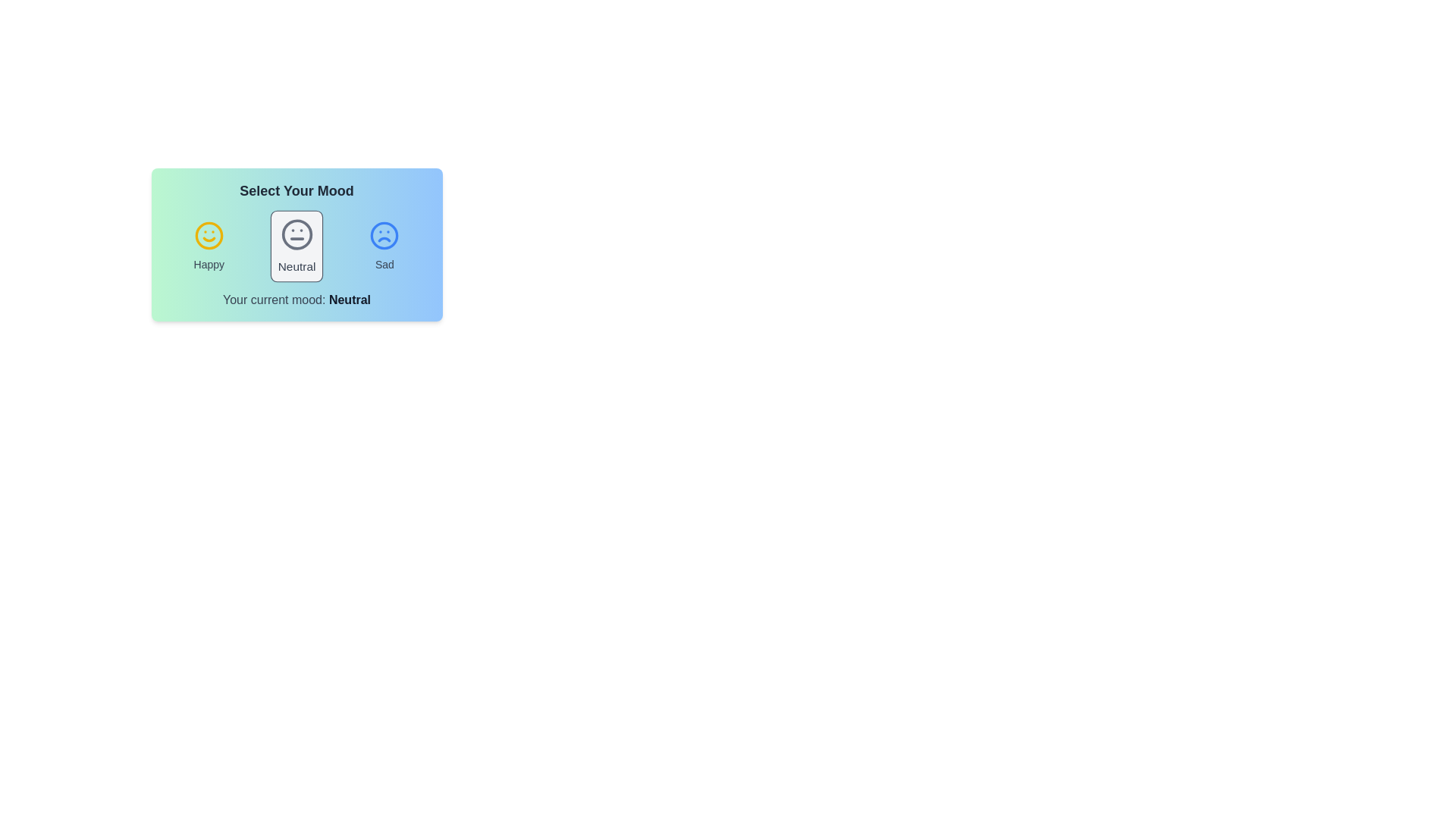 This screenshot has height=819, width=1456. I want to click on the mood icon labeled Happy to observe visual feedback, so click(208, 245).